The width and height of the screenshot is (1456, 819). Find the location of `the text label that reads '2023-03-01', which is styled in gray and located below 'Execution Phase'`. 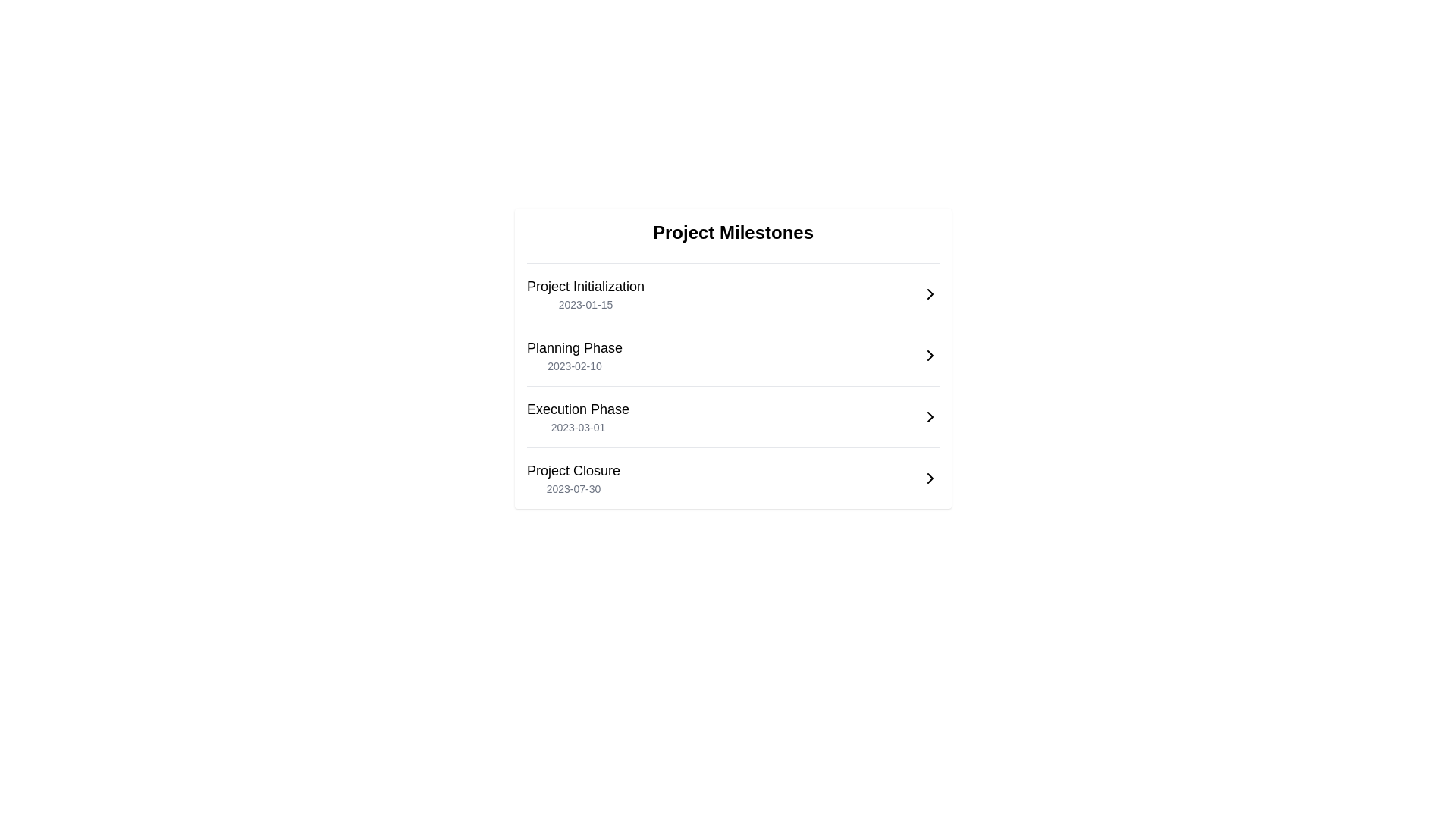

the text label that reads '2023-03-01', which is styled in gray and located below 'Execution Phase' is located at coordinates (577, 427).